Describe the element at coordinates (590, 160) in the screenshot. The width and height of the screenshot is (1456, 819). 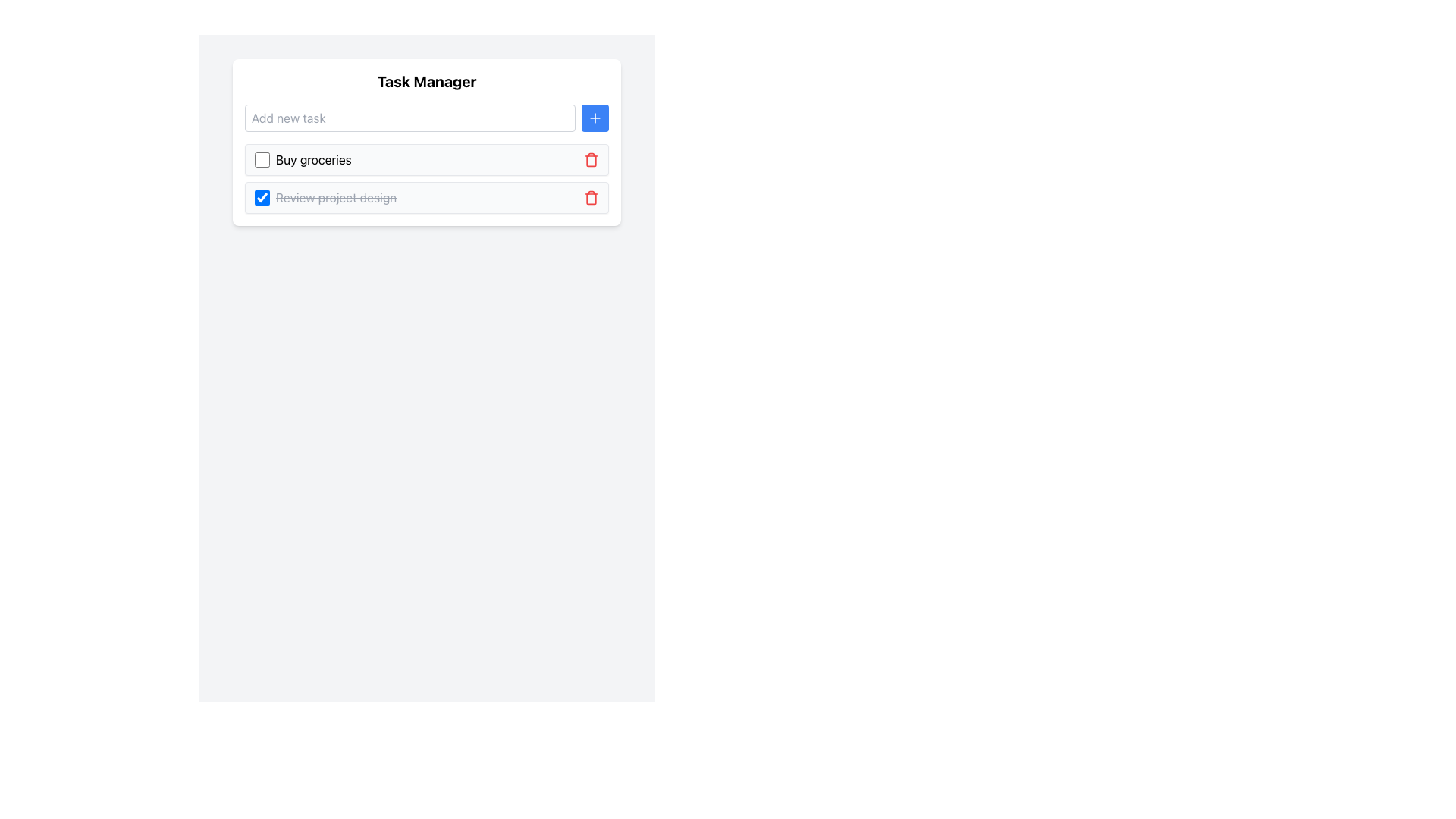
I see `the delete button icon located to the right of the 'Buy groceries' task` at that location.